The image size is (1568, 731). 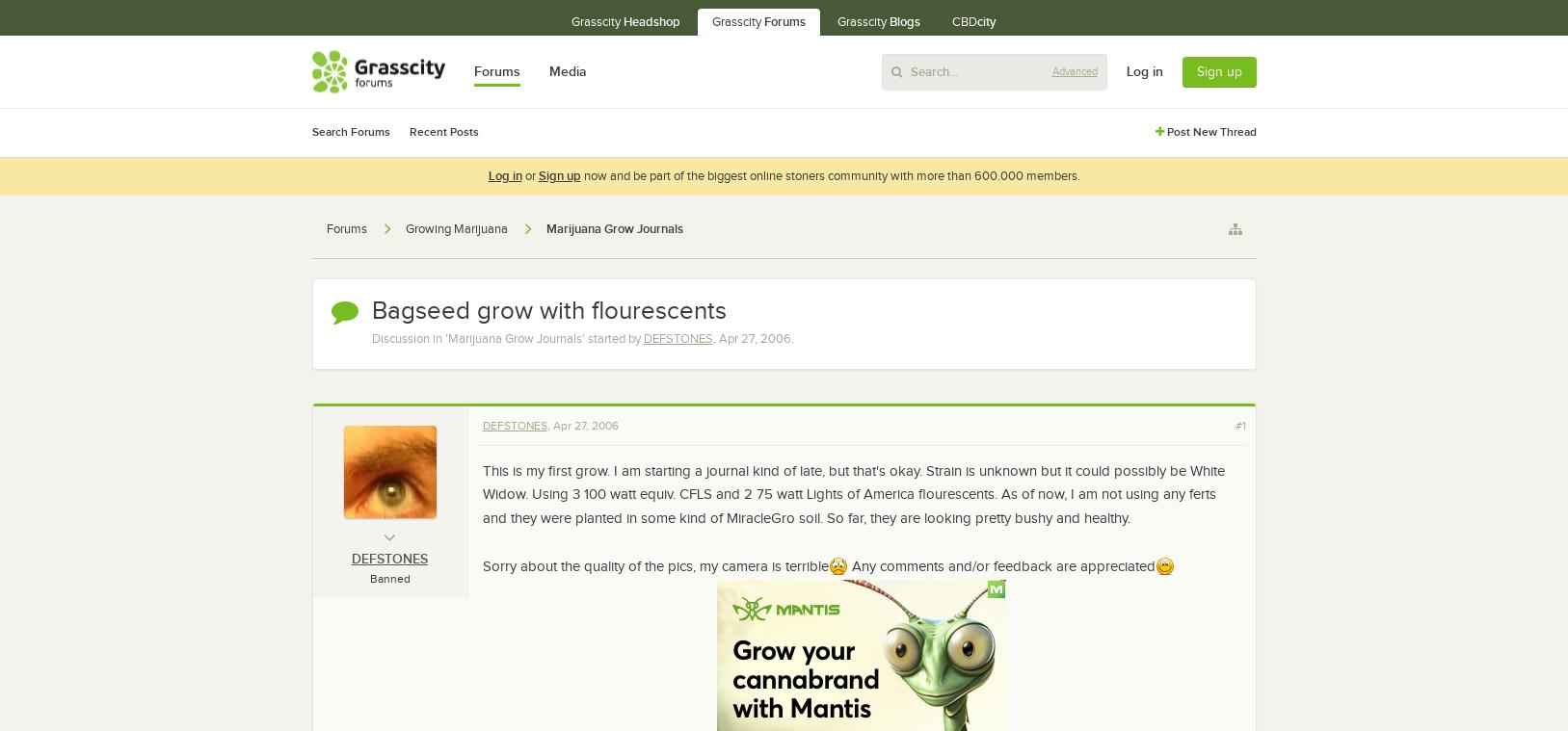 What do you see at coordinates (1386, 110) in the screenshot?
I see `'Password:'` at bounding box center [1386, 110].